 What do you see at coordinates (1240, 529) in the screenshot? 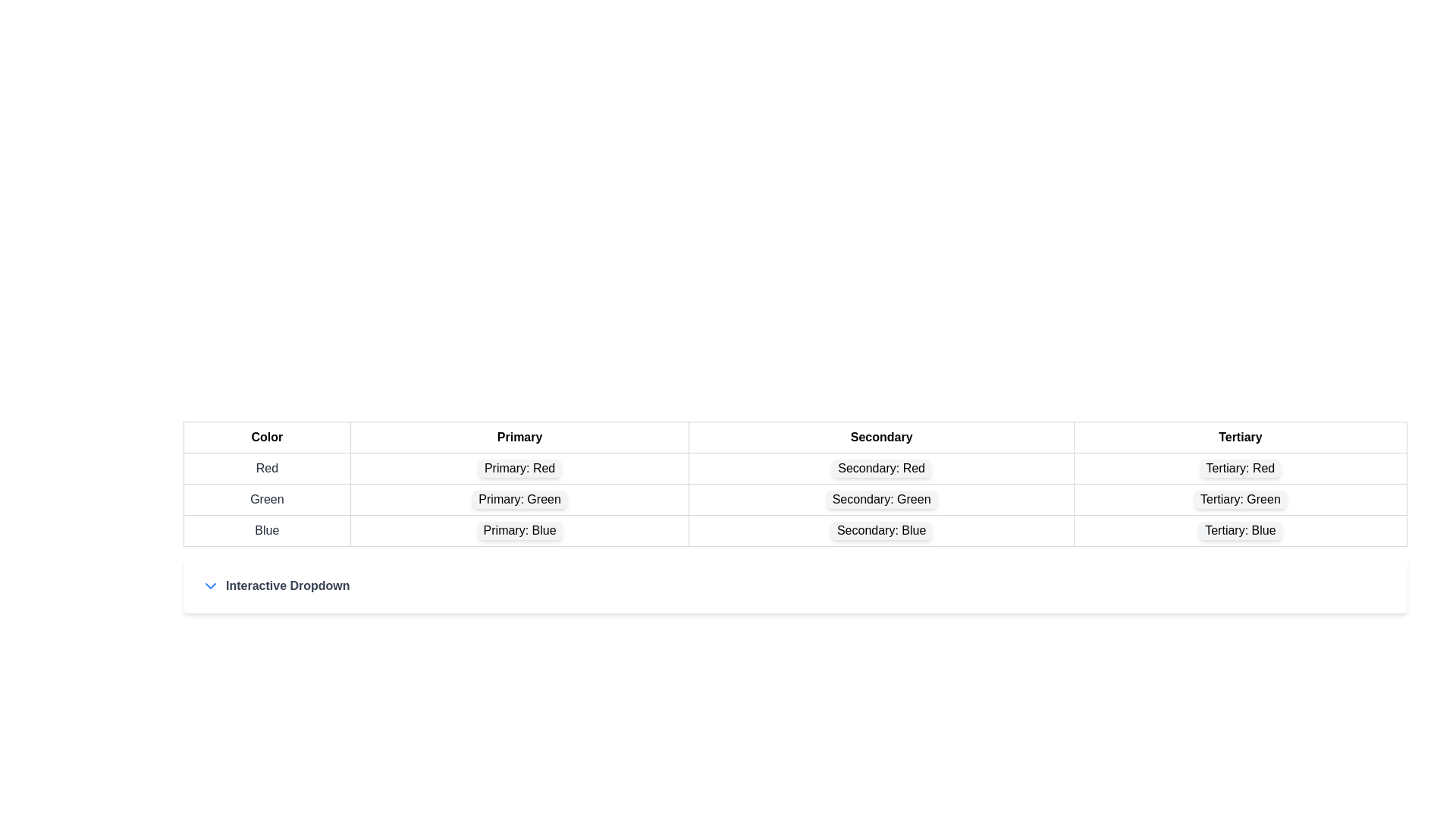
I see `text of the Badge/Label indicating the 'Blue' color category in the third row under the 'Tertiary' column of the table` at bounding box center [1240, 529].